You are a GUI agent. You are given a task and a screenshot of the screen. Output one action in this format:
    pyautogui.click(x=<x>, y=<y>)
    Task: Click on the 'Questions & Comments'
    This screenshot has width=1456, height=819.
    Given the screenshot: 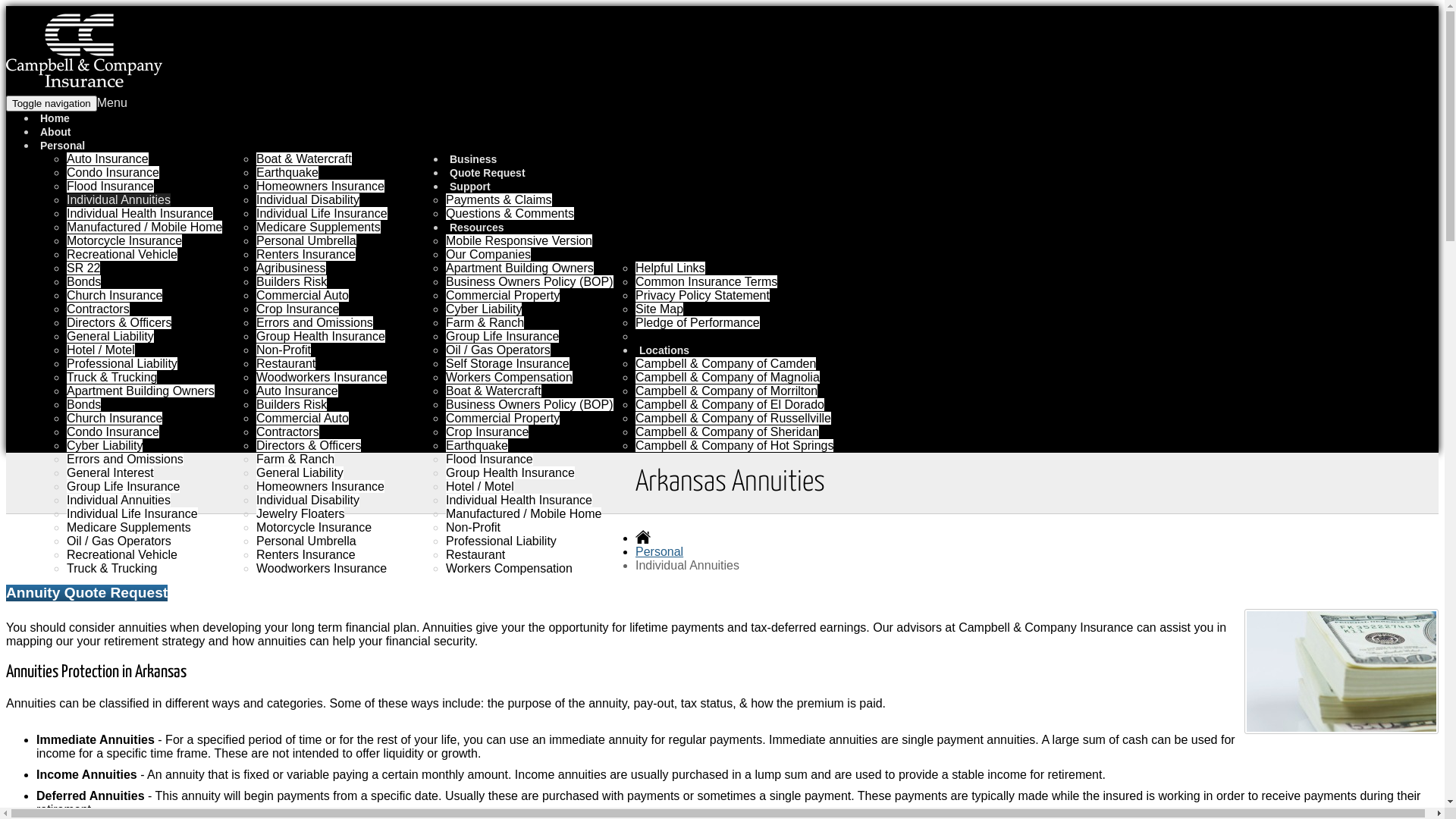 What is the action you would take?
    pyautogui.click(x=510, y=213)
    